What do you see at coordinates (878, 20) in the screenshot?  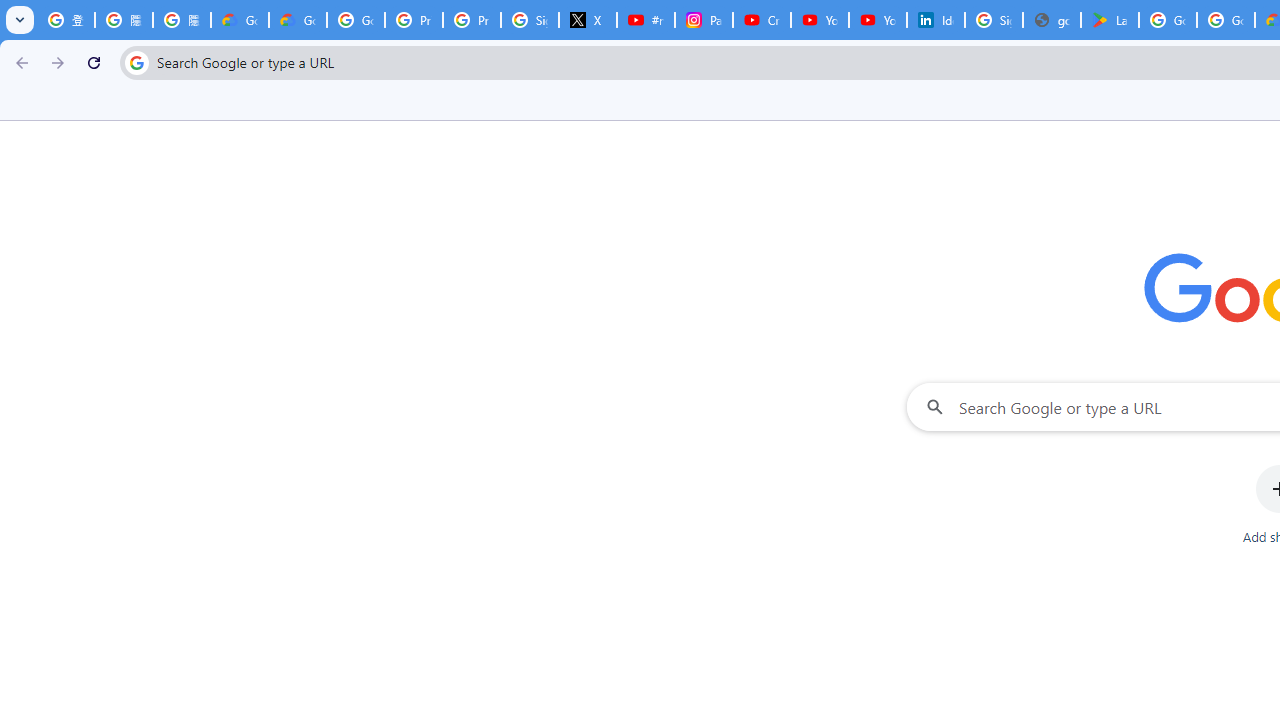 I see `'YouTube Culture & Trends - YouTube Top 10, 2021'` at bounding box center [878, 20].